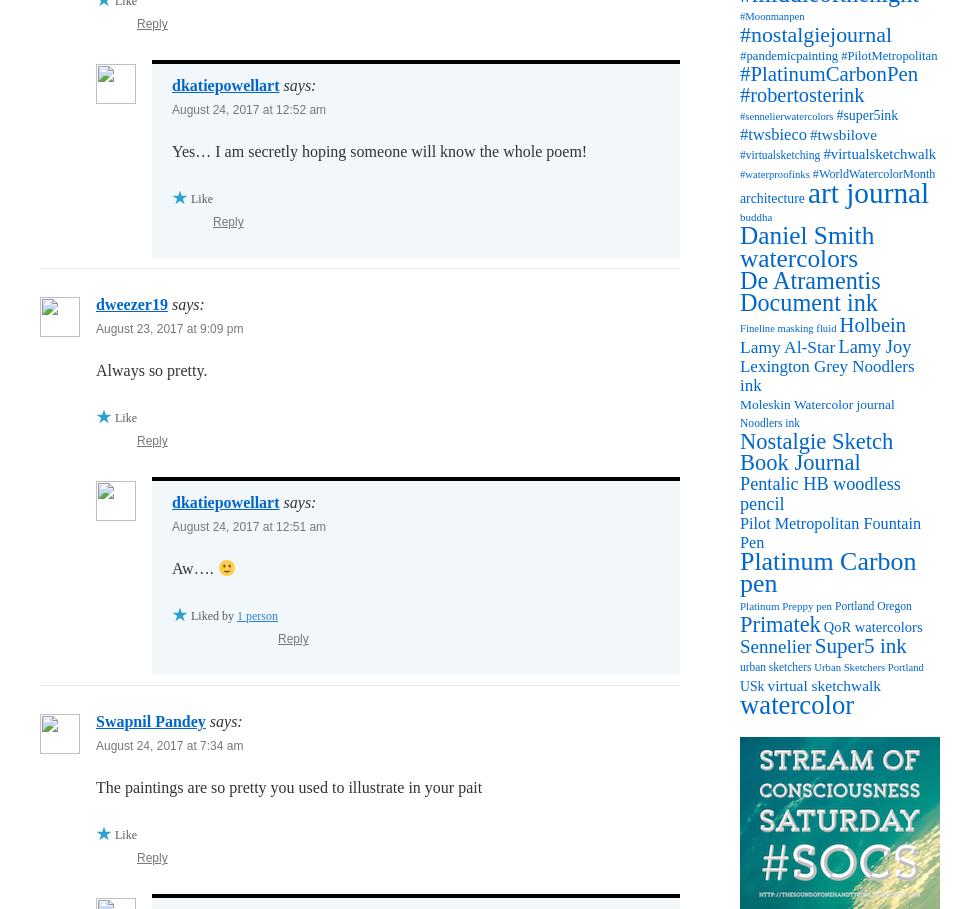  I want to click on 'Daniel Smith watercolors', so click(807, 246).